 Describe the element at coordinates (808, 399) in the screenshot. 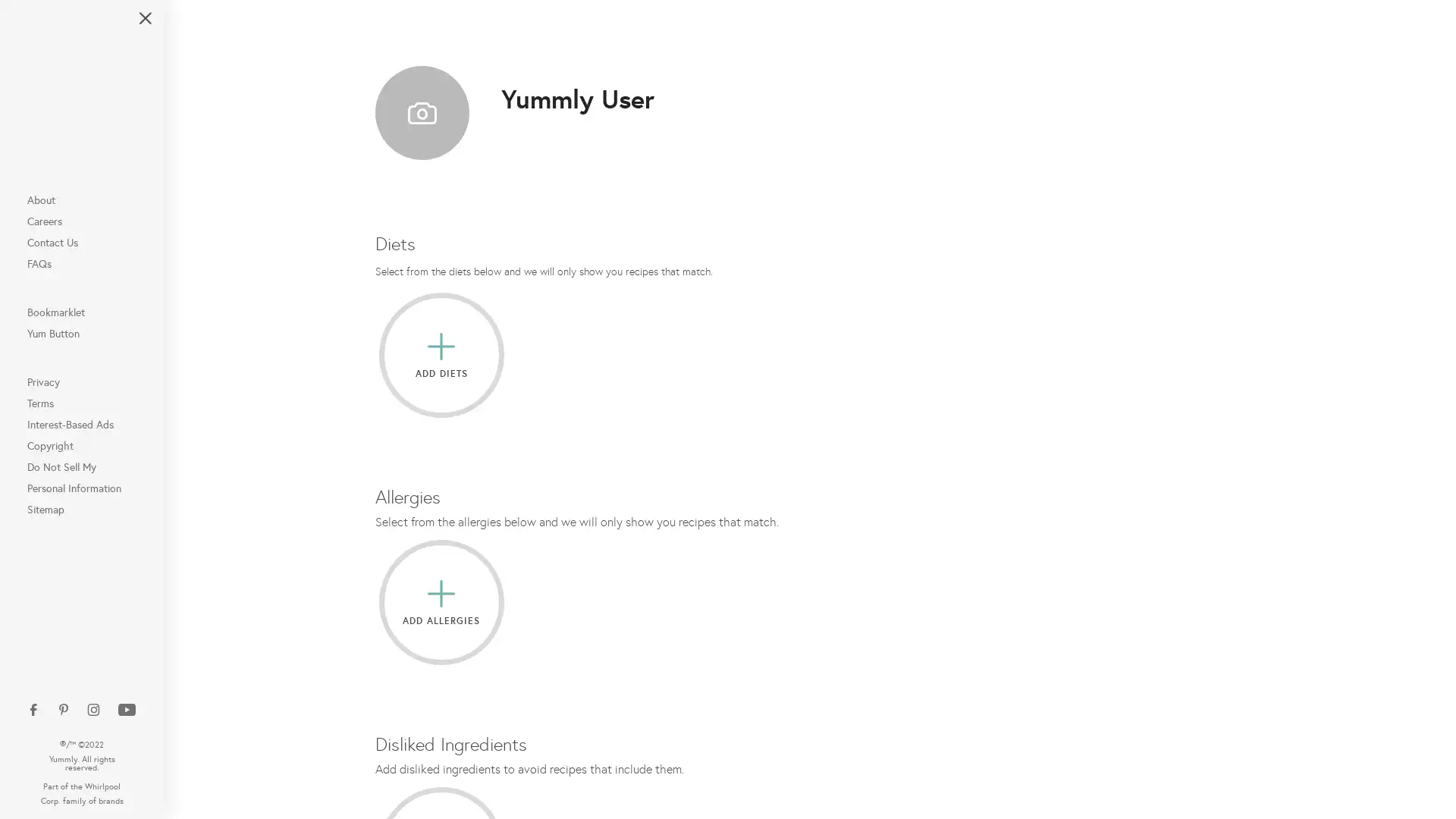

I see `Connect with Facebook` at that location.